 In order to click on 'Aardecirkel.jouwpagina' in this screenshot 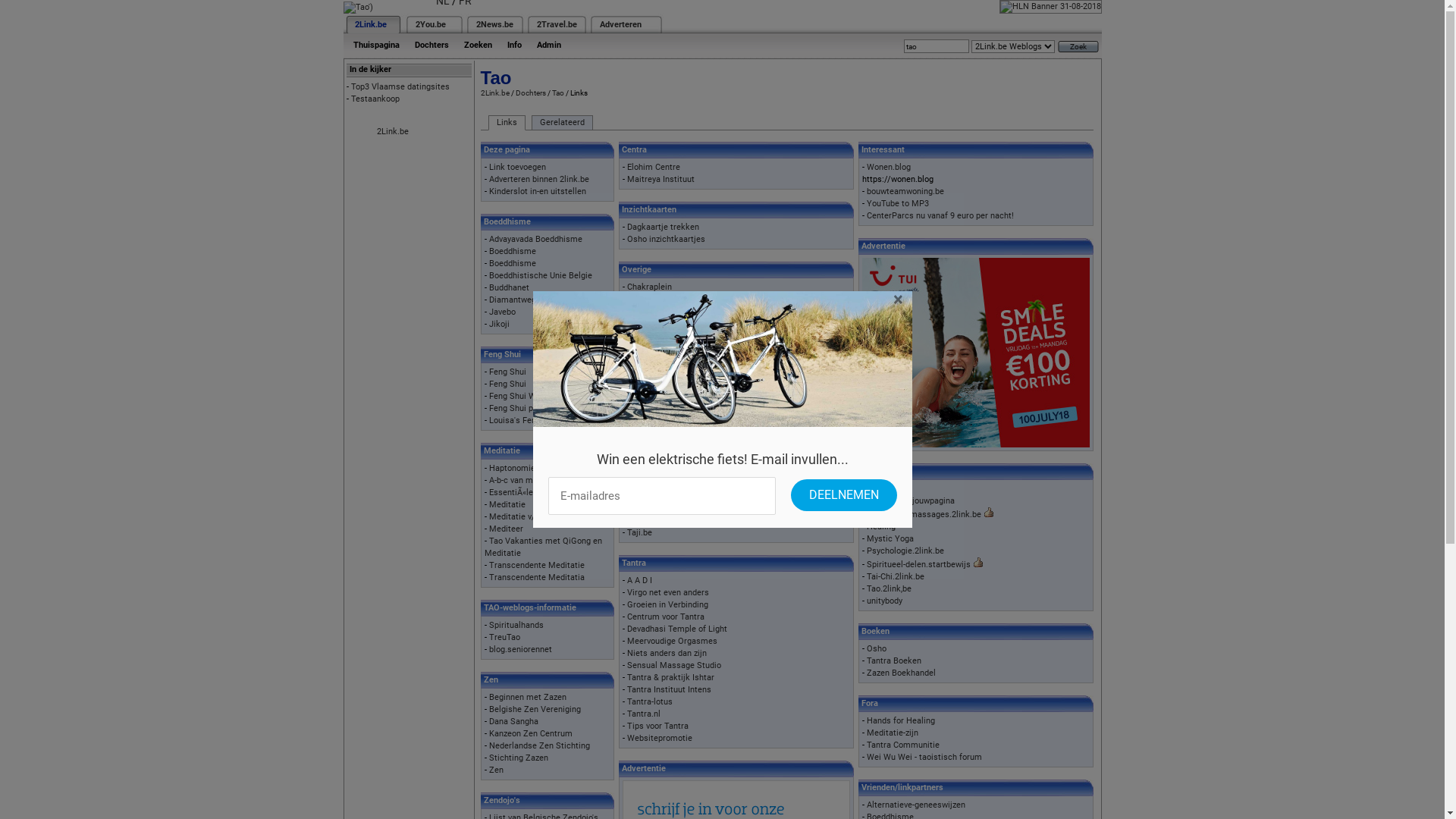, I will do `click(910, 500)`.